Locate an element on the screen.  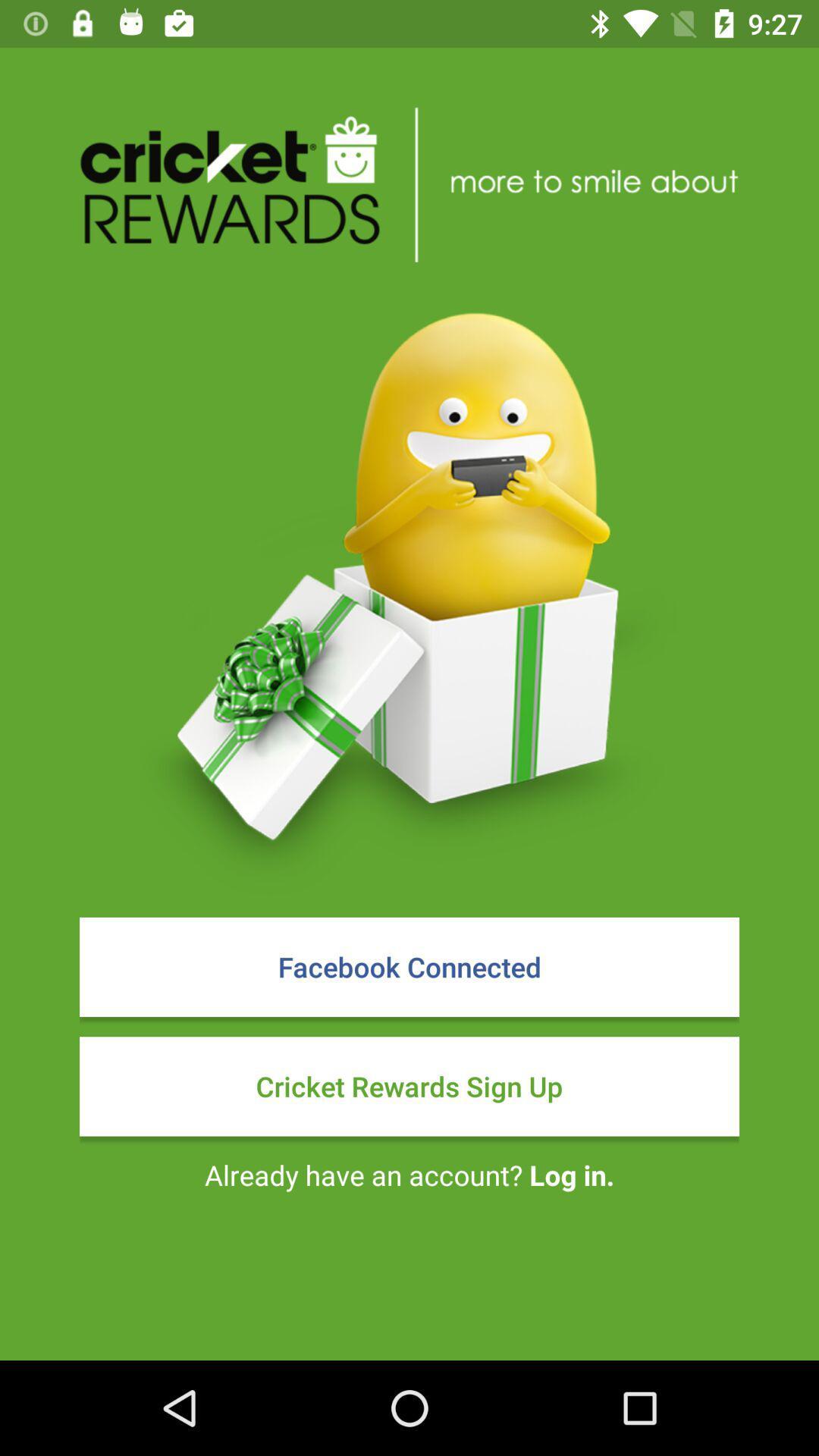
facebook connected item is located at coordinates (409, 966).